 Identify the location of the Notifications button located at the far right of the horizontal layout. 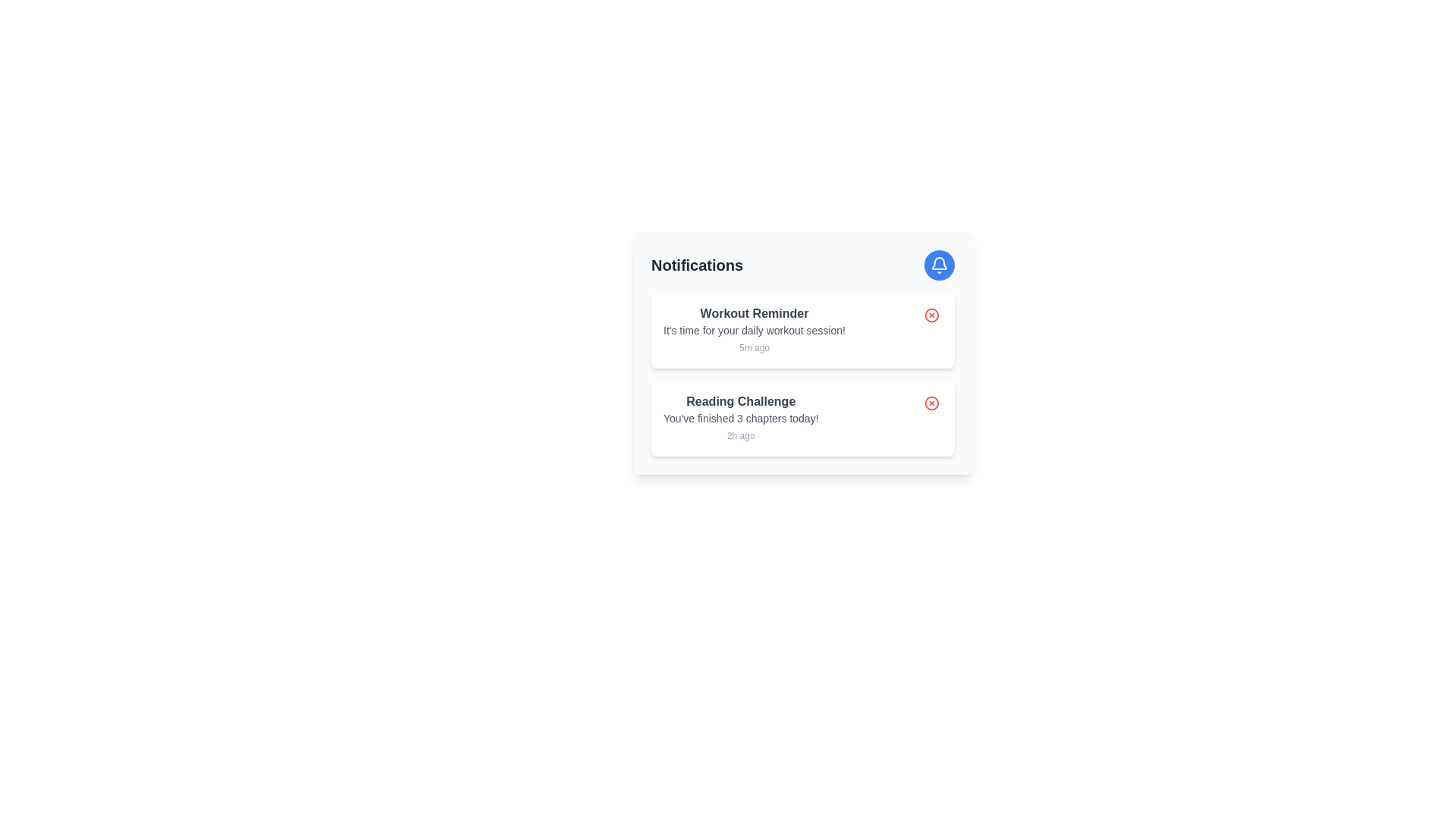
(938, 265).